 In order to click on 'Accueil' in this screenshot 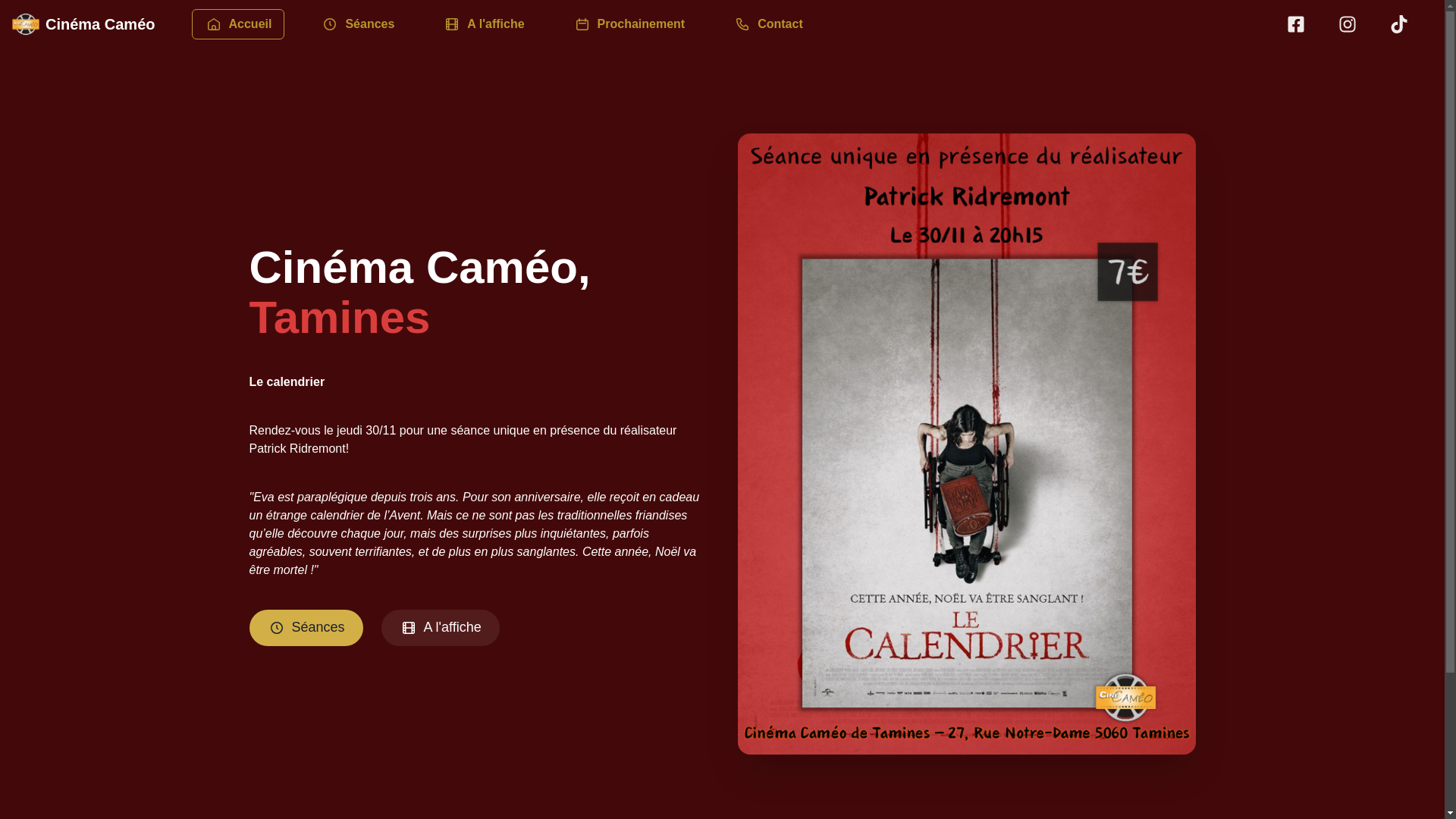, I will do `click(190, 24)`.